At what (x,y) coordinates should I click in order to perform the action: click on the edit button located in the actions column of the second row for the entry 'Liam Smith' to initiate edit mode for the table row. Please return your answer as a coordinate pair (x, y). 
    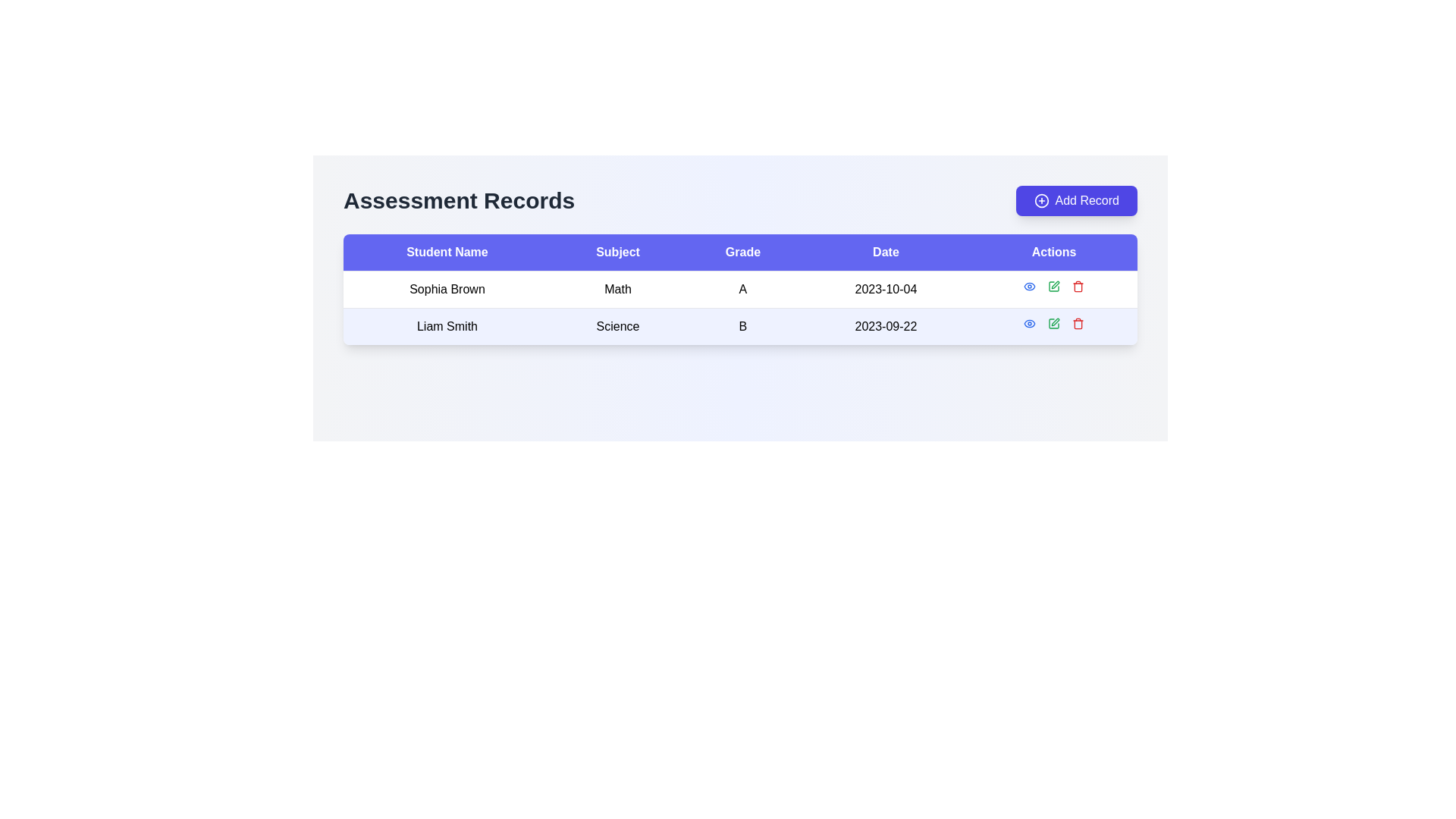
    Looking at the image, I should click on (1055, 321).